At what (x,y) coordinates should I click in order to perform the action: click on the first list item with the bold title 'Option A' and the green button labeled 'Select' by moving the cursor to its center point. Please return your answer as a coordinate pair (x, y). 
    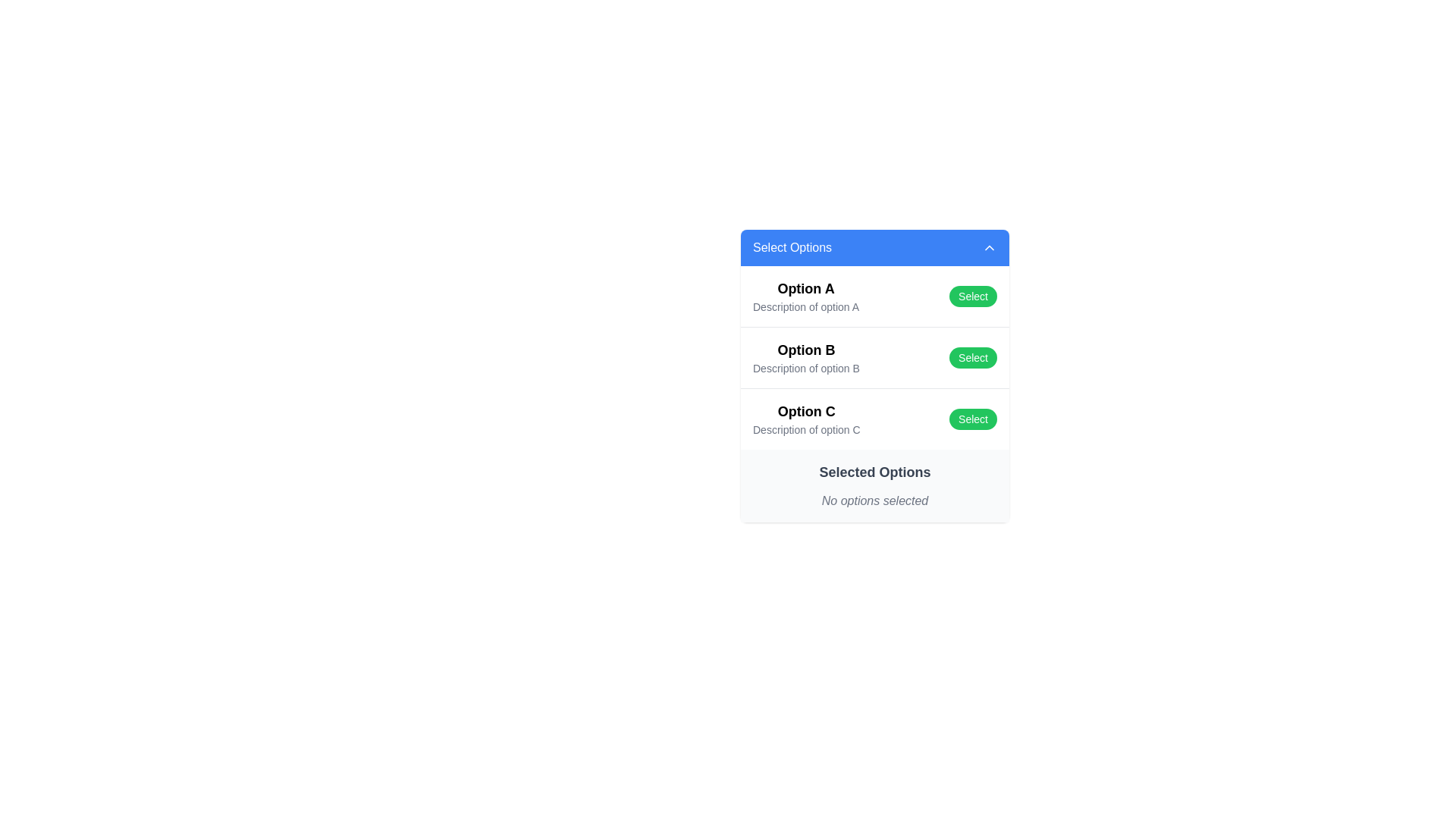
    Looking at the image, I should click on (874, 296).